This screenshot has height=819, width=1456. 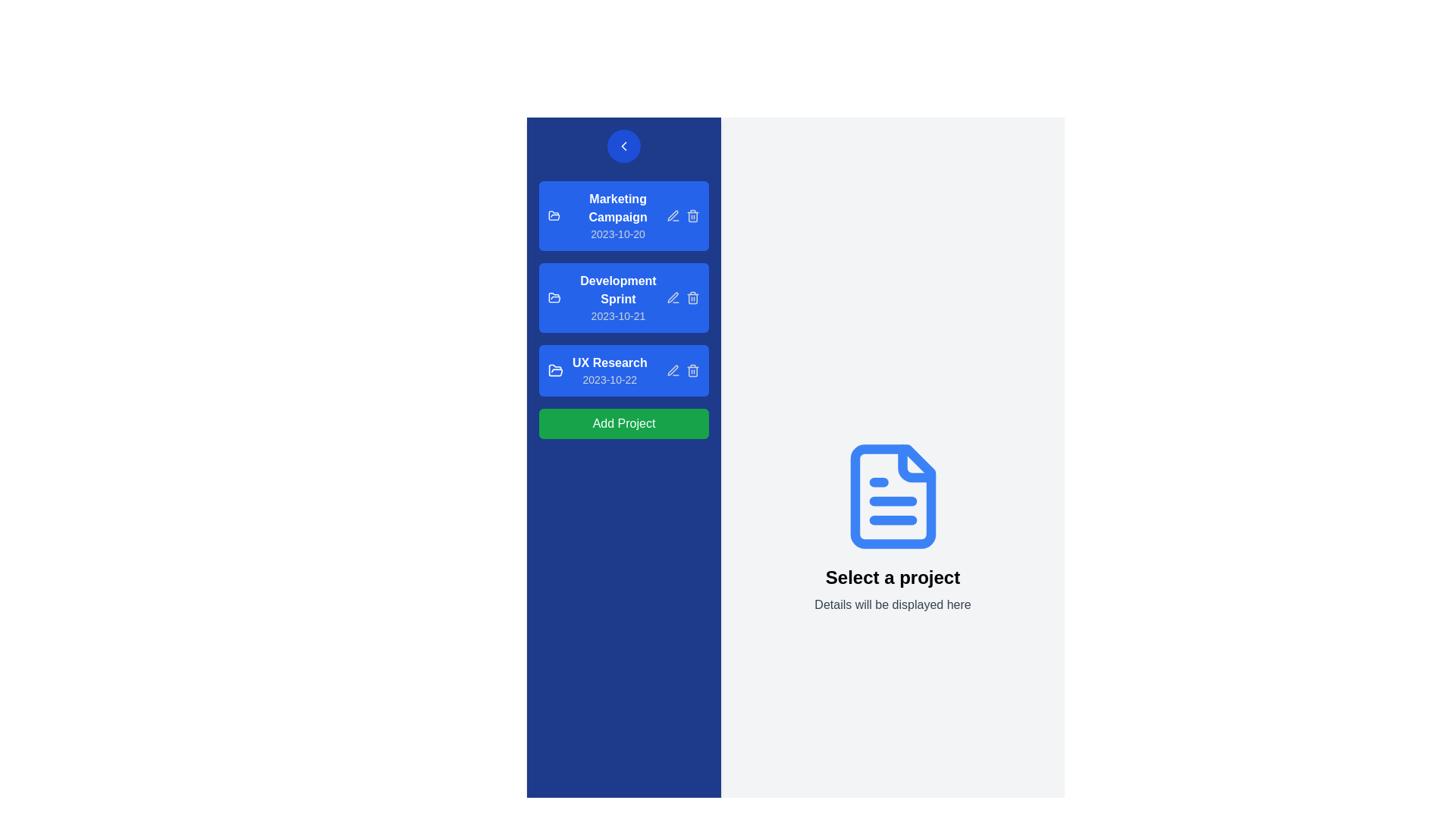 I want to click on the rectangular segment of the trash can icon associated with the 'Marketing Campaign' item, which indicates the delete functionality, so click(x=692, y=217).